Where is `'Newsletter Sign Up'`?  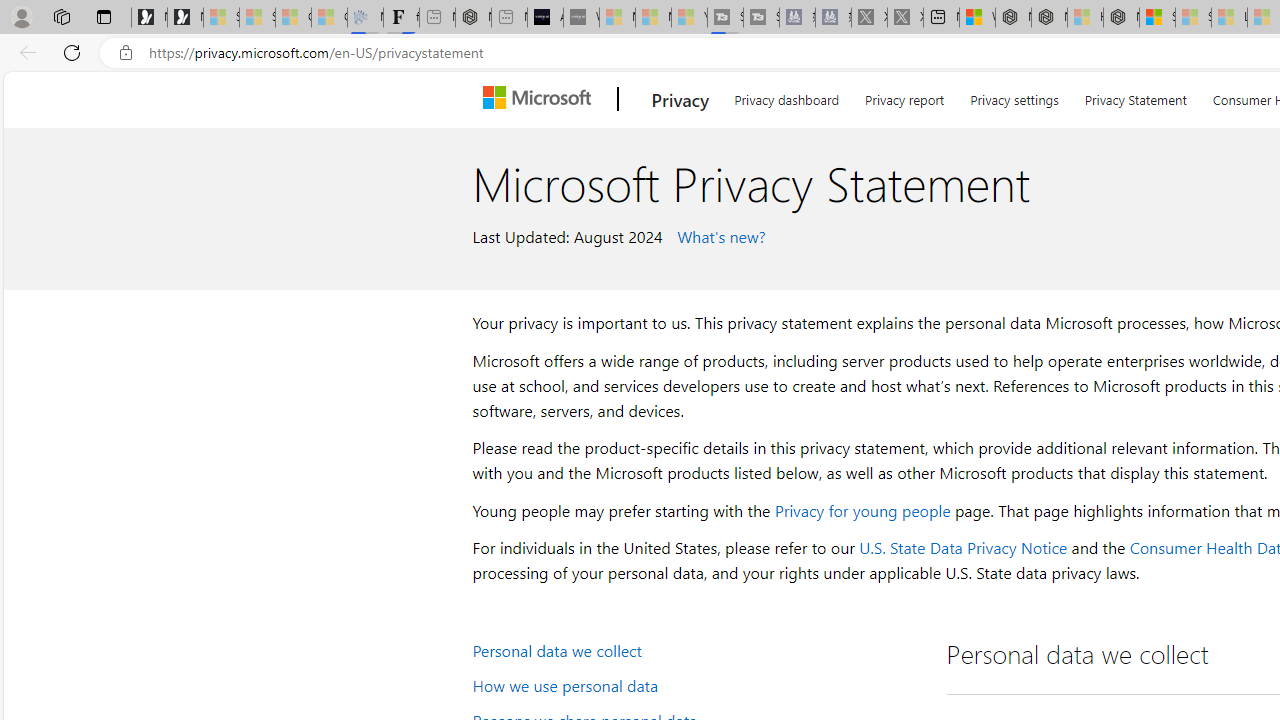 'Newsletter Sign Up' is located at coordinates (185, 17).